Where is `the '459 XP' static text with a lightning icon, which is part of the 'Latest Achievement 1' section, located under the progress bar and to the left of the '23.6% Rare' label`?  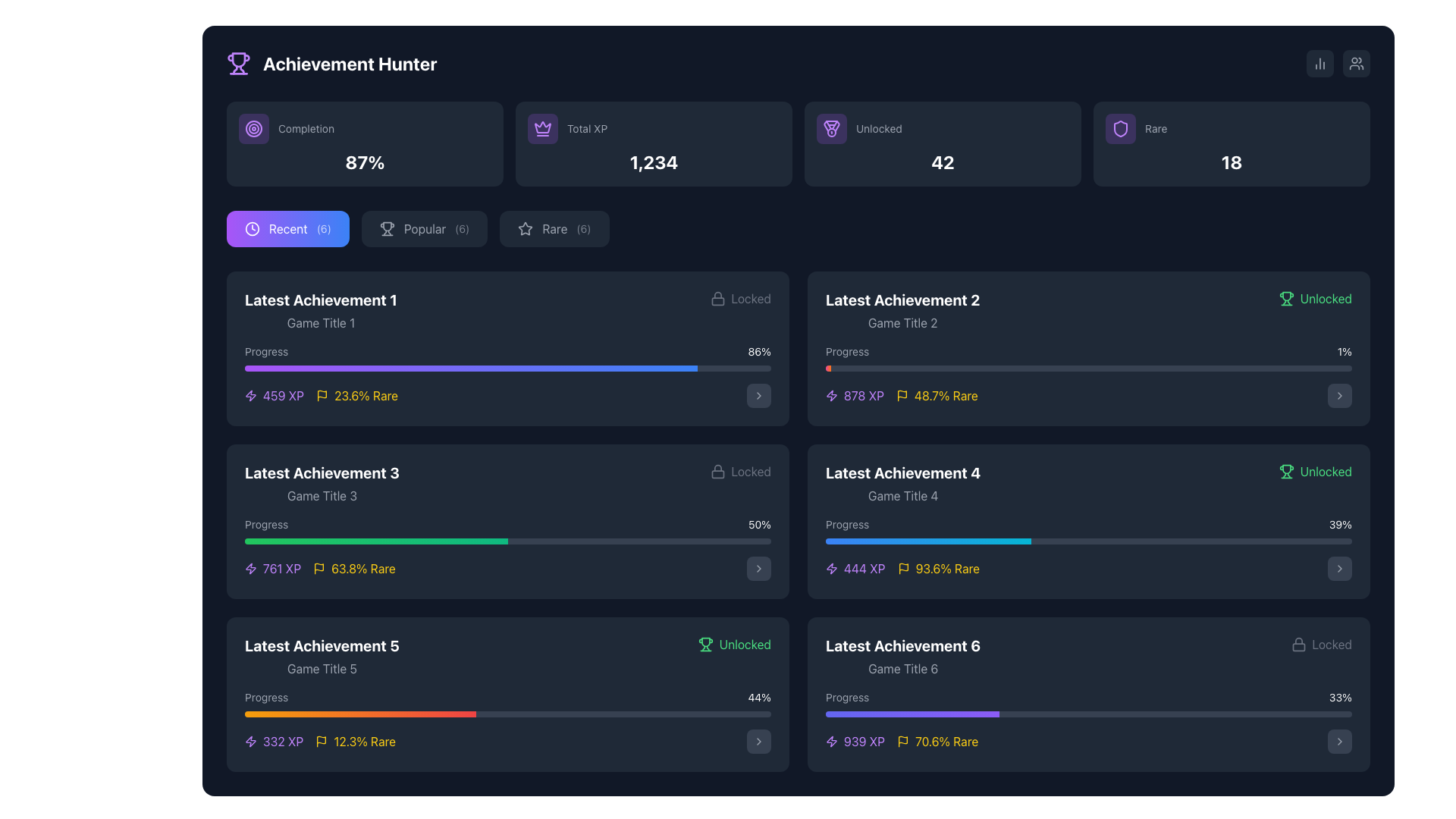
the '459 XP' static text with a lightning icon, which is part of the 'Latest Achievement 1' section, located under the progress bar and to the left of the '23.6% Rare' label is located at coordinates (275, 394).